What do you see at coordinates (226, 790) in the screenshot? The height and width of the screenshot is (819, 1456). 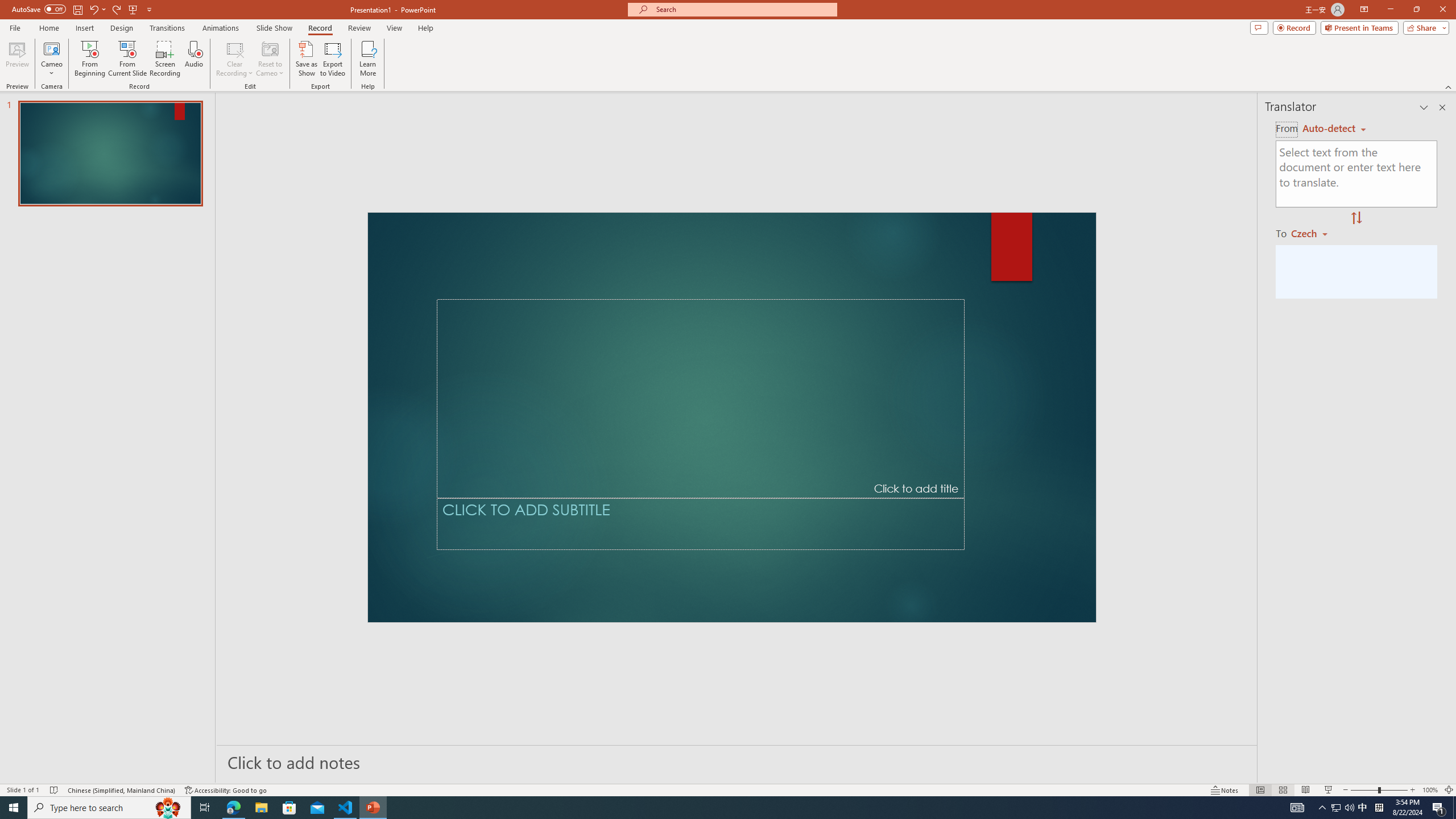 I see `'Accessibility Checker Accessibility: Good to go'` at bounding box center [226, 790].